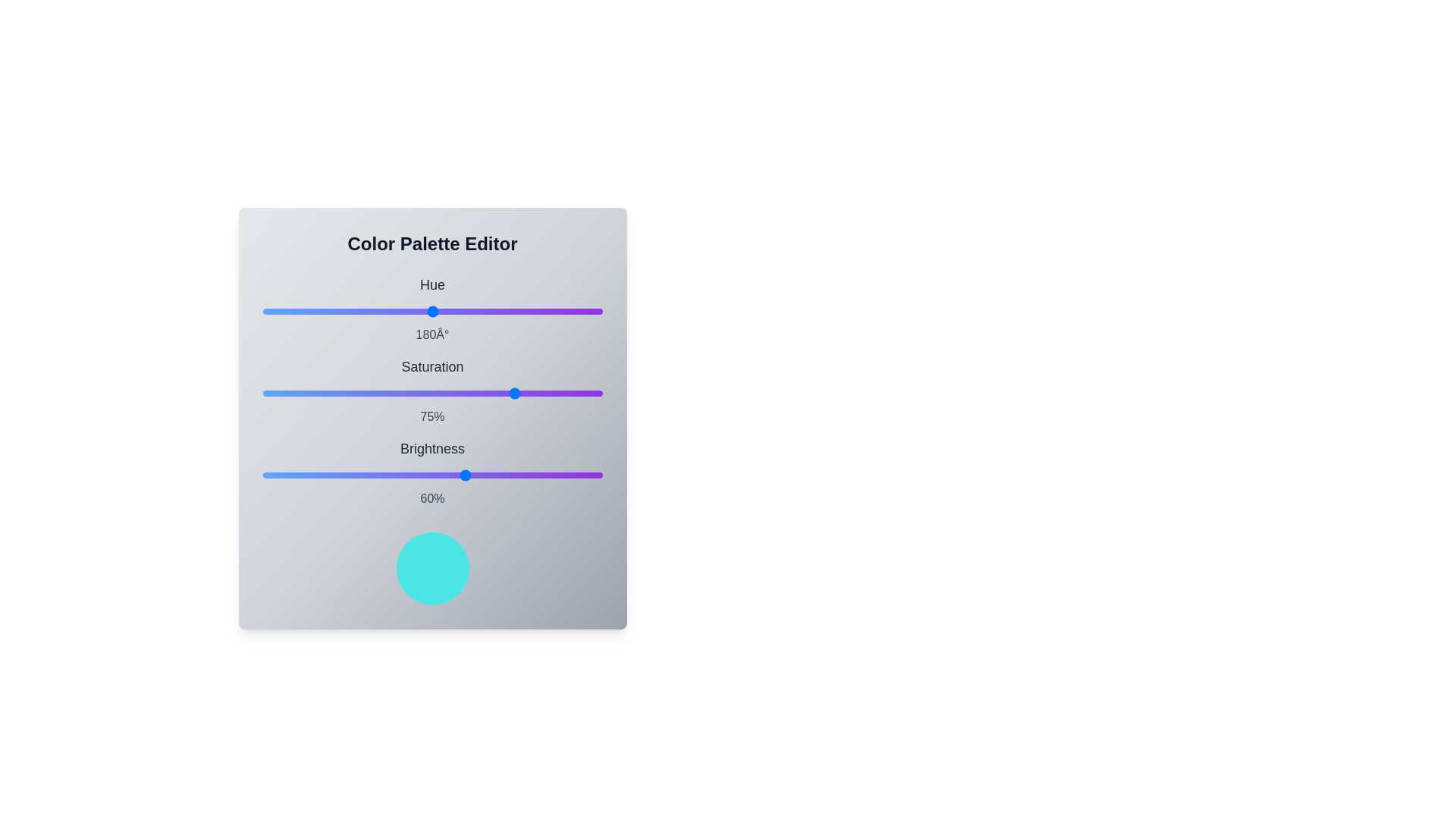 Image resolution: width=1456 pixels, height=819 pixels. What do you see at coordinates (339, 311) in the screenshot?
I see `the hue slider to set its value to 82` at bounding box center [339, 311].